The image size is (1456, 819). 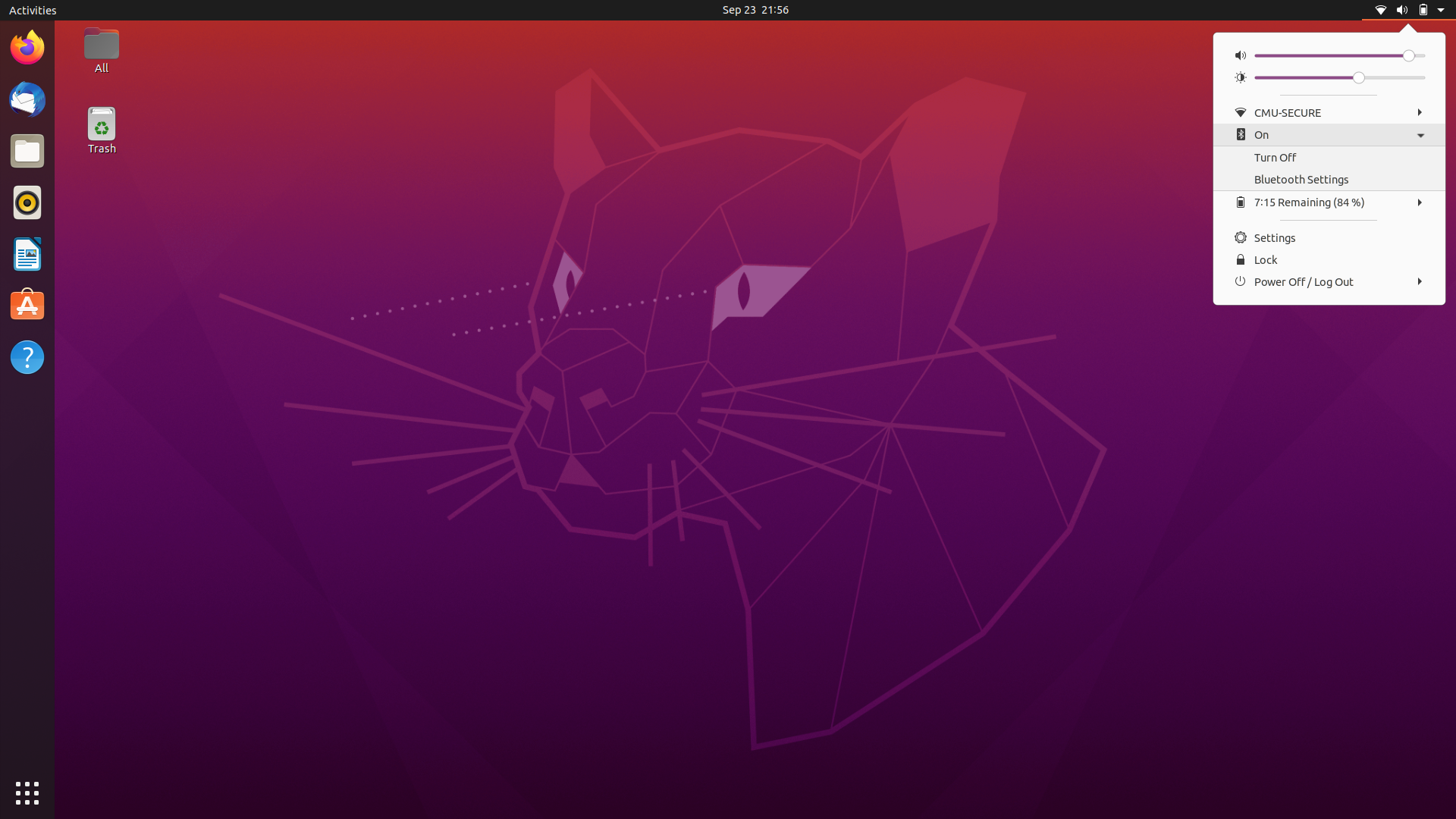 I want to click on the Audio Intensity, so click(x=1260, y=55).